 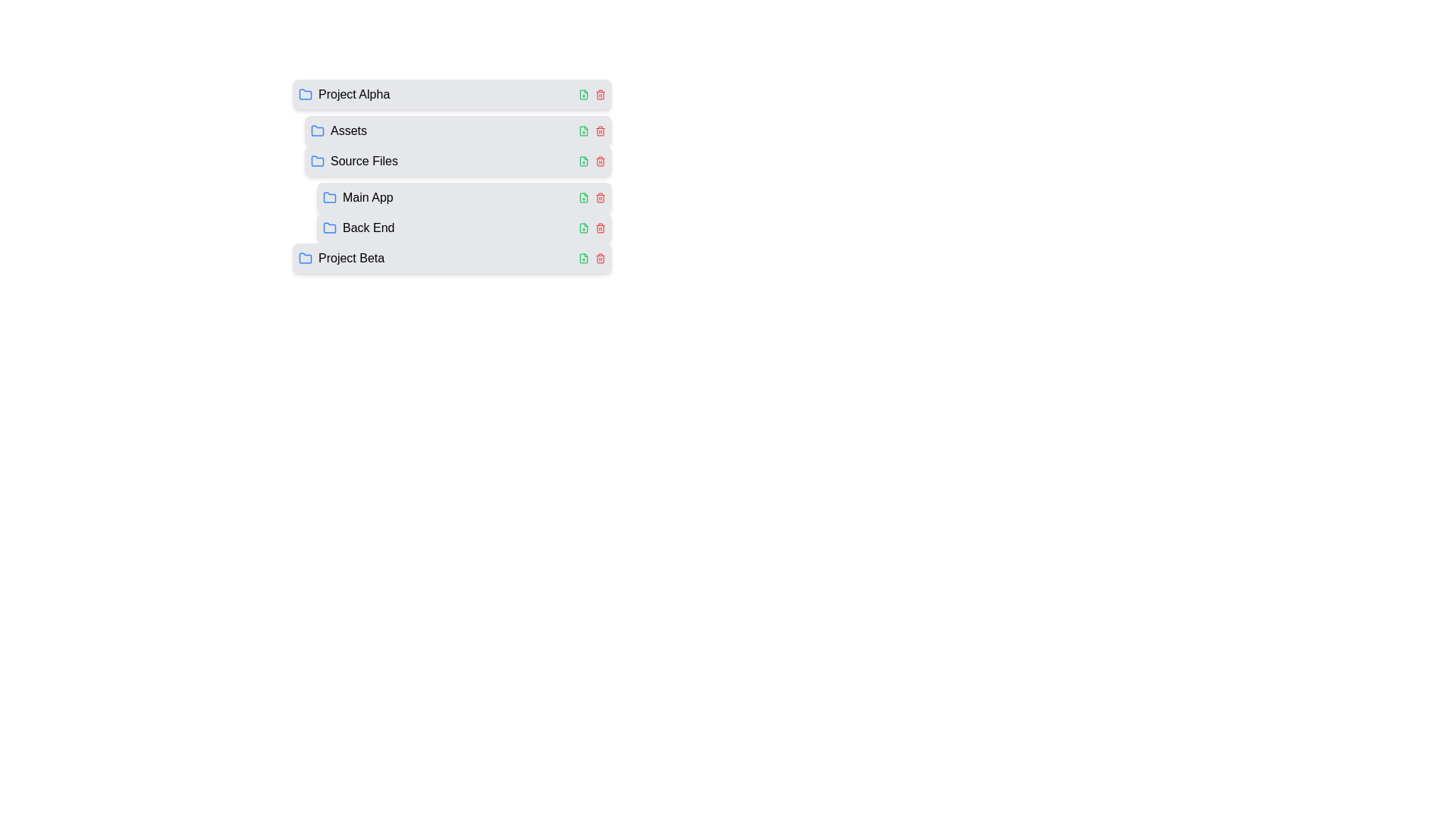 What do you see at coordinates (600, 228) in the screenshot?
I see `the red trashcan icon button indicating delete action, located in the 'Back End' folder row, to the far right of the green file icon` at bounding box center [600, 228].